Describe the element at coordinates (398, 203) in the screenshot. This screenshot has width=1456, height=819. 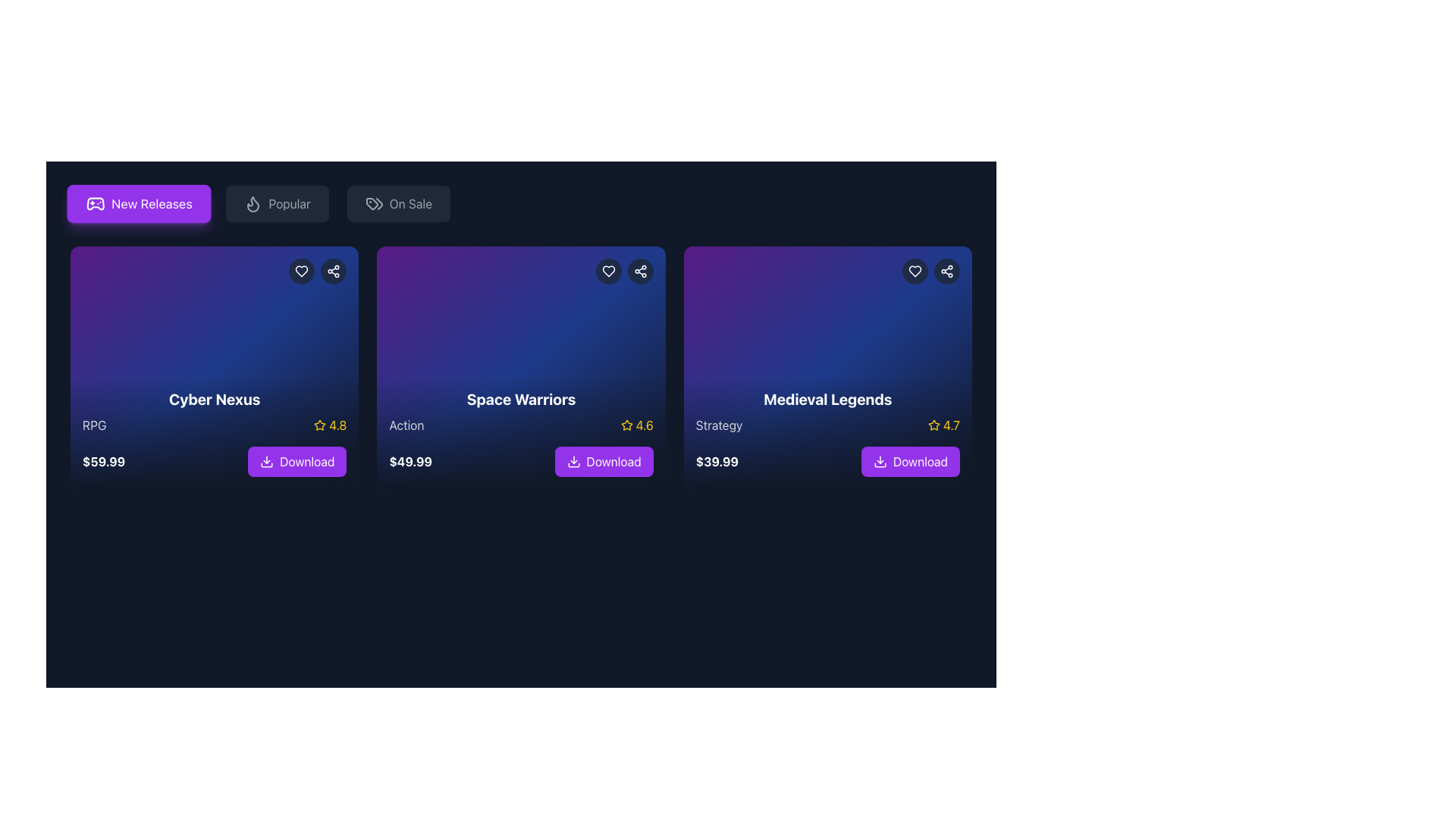
I see `the third button in the navigation bar that filters or displays items on sale` at that location.